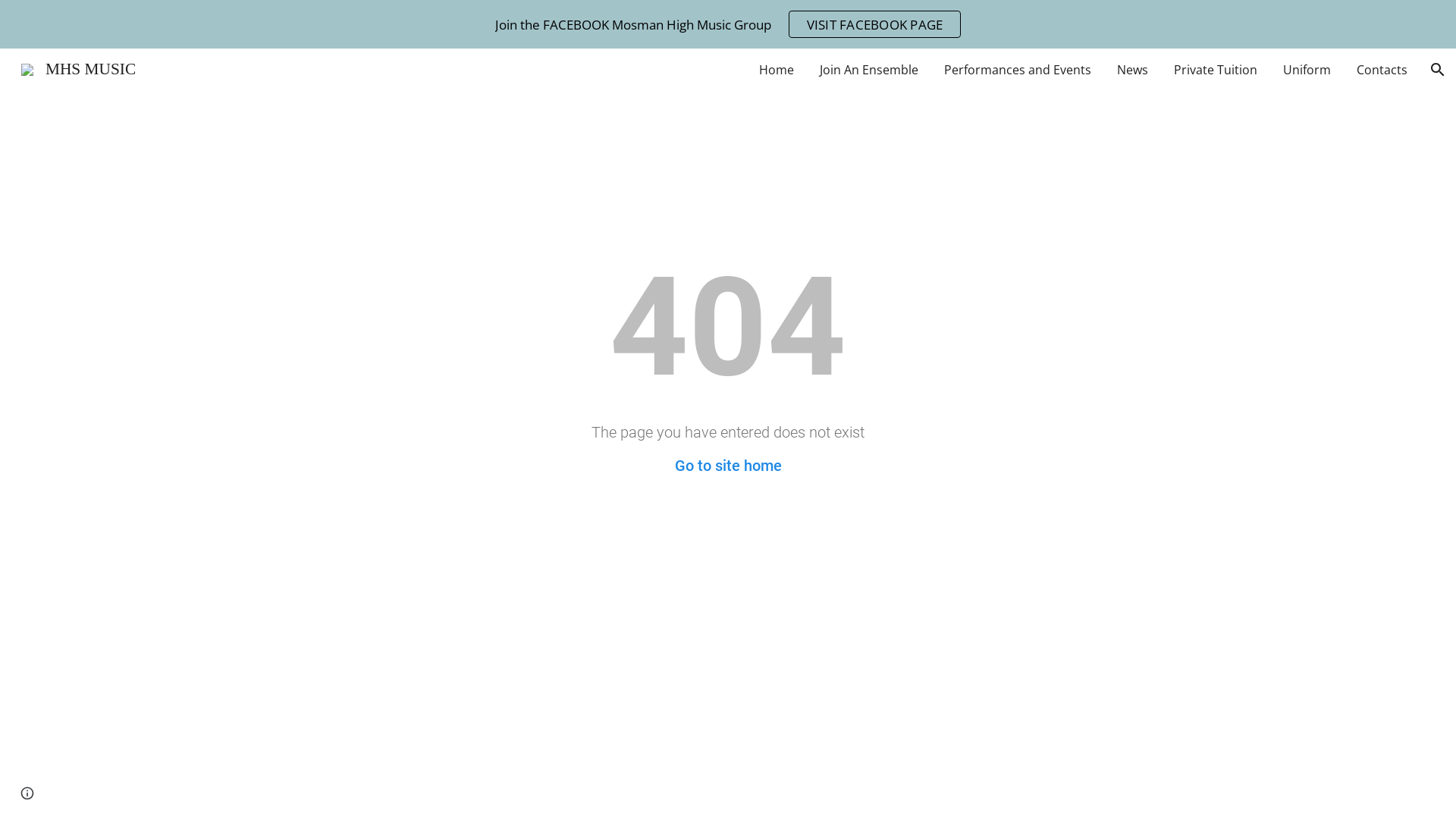 Image resolution: width=1456 pixels, height=819 pixels. What do you see at coordinates (869, 70) in the screenshot?
I see `'Join An Ensemble'` at bounding box center [869, 70].